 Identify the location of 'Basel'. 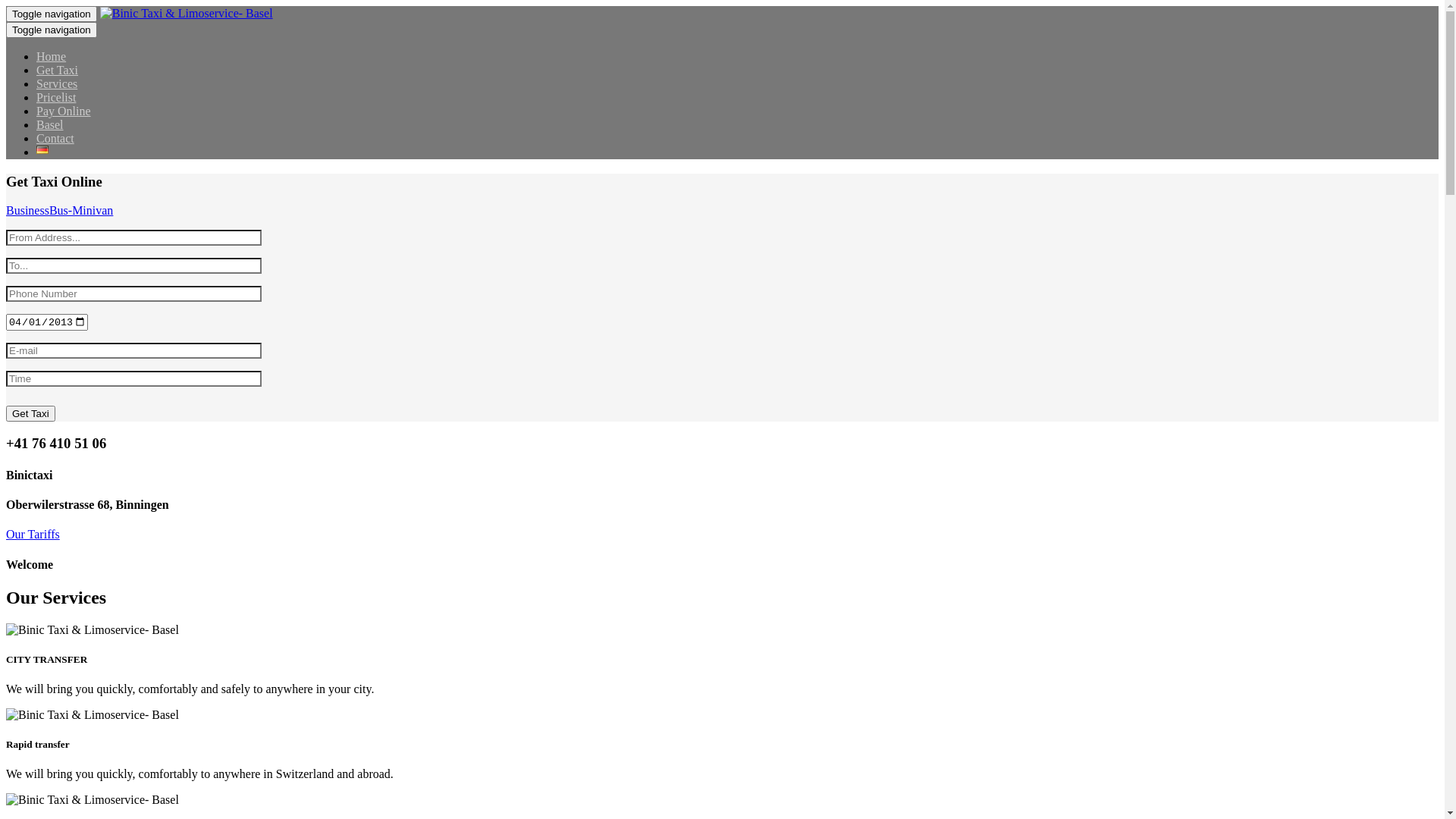
(50, 124).